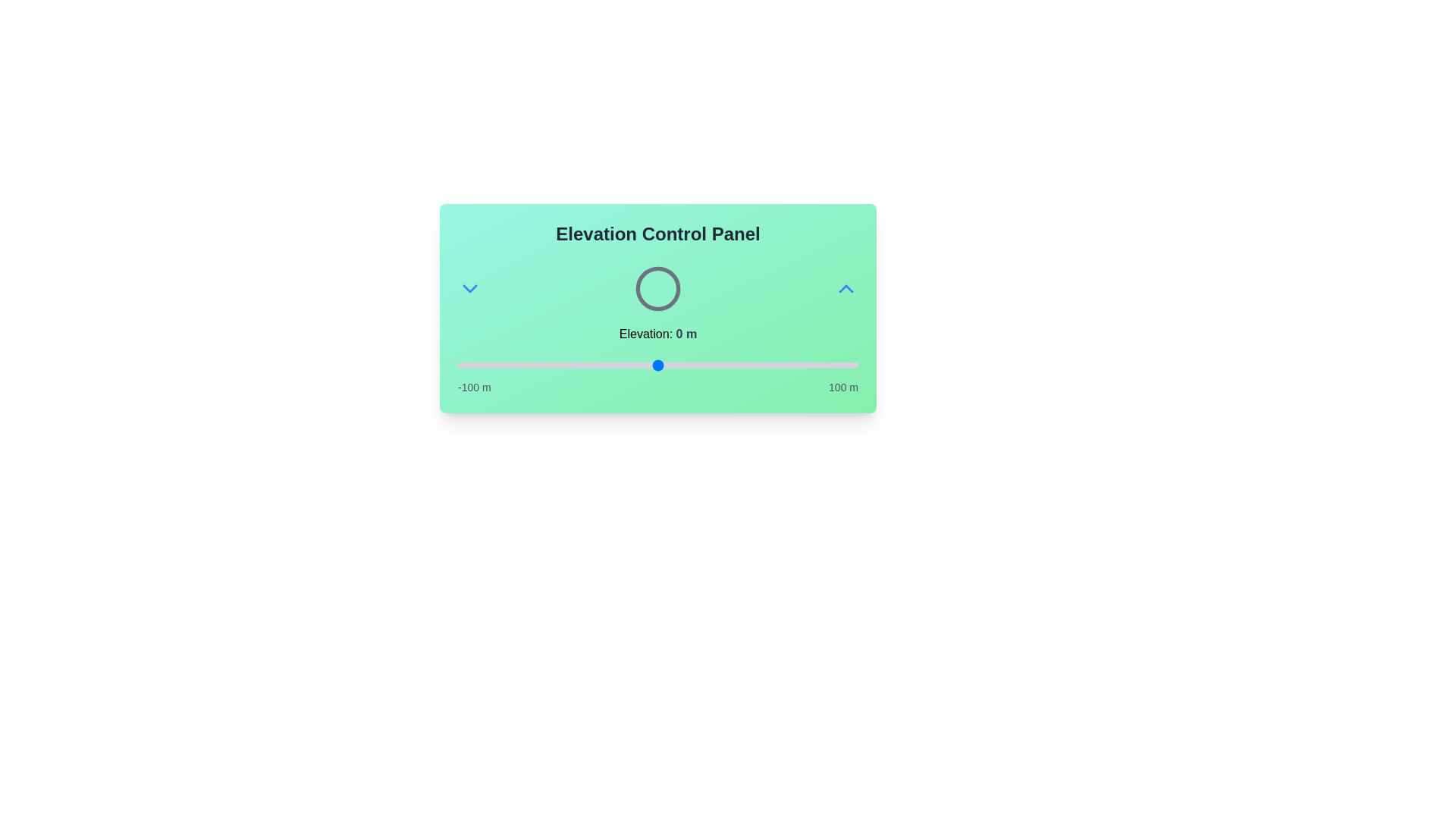 Image resolution: width=1456 pixels, height=819 pixels. I want to click on the elevation to -17 meters using the slider, so click(624, 366).